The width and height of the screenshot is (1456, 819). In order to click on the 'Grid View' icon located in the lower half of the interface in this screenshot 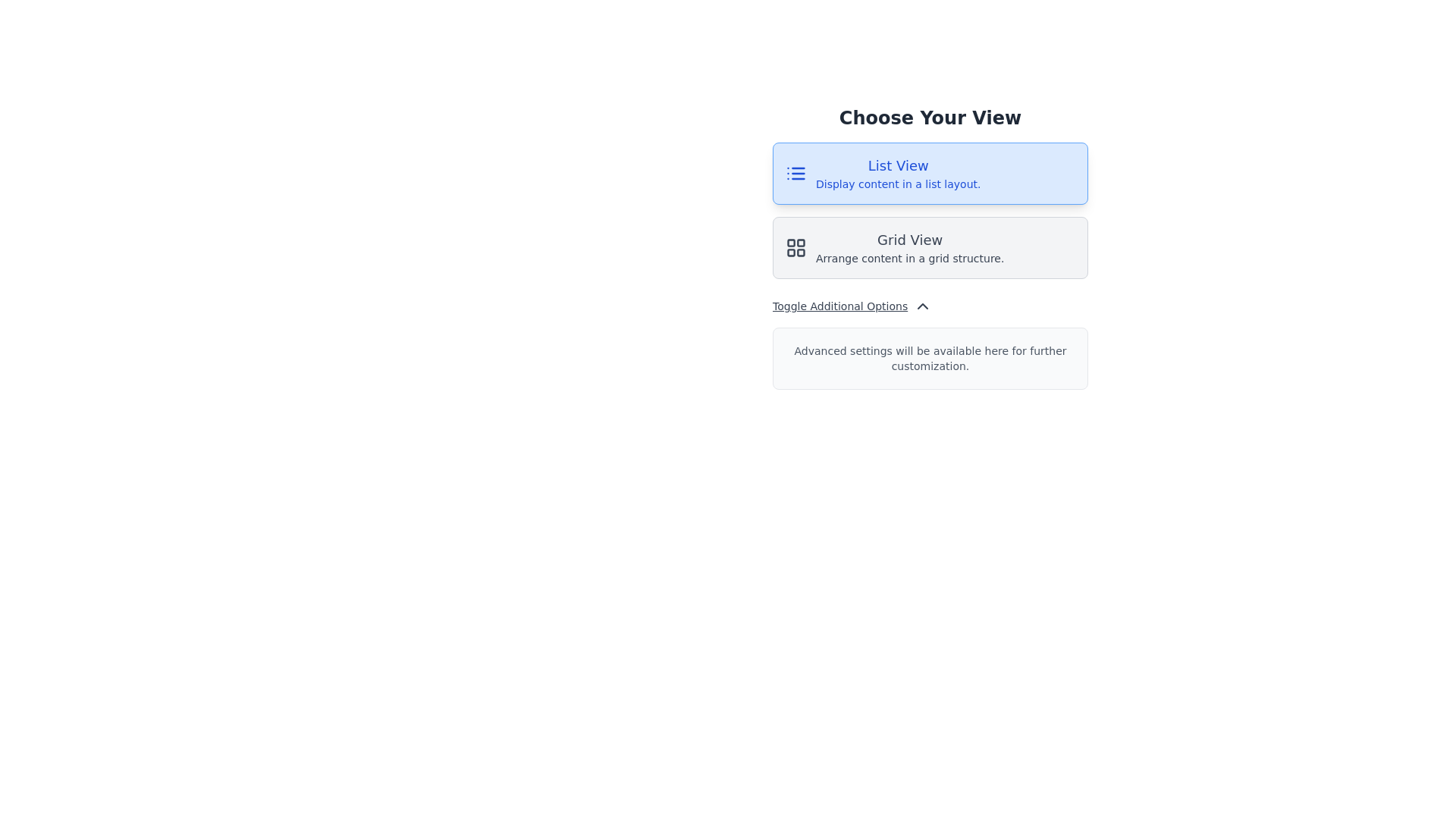, I will do `click(795, 247)`.